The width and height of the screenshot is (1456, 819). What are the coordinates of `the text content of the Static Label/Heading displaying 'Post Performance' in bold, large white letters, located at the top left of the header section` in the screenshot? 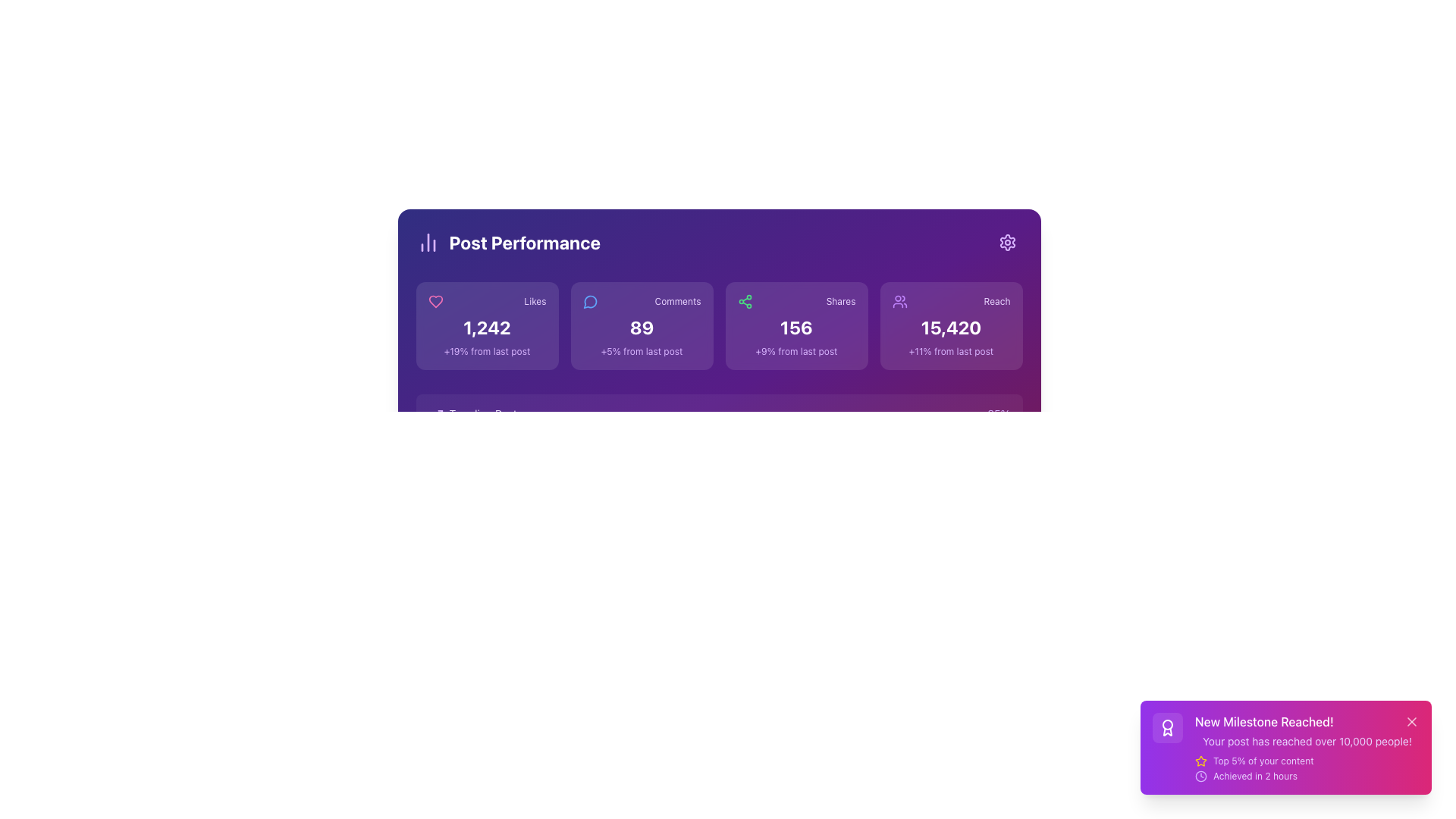 It's located at (718, 242).